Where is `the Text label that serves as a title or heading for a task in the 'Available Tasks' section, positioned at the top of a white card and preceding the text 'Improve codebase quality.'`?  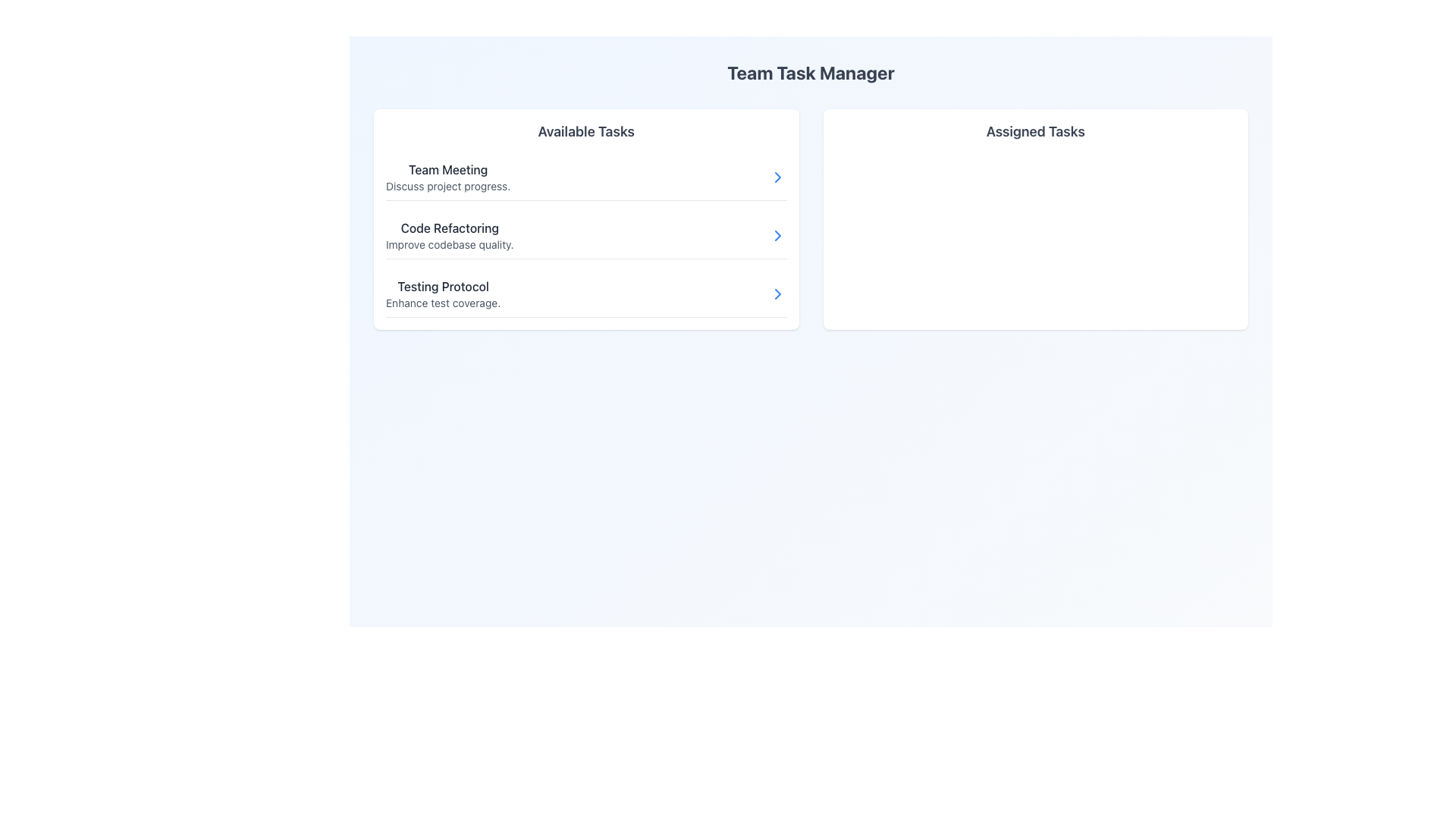
the Text label that serves as a title or heading for a task in the 'Available Tasks' section, positioned at the top of a white card and preceding the text 'Improve codebase quality.' is located at coordinates (449, 227).